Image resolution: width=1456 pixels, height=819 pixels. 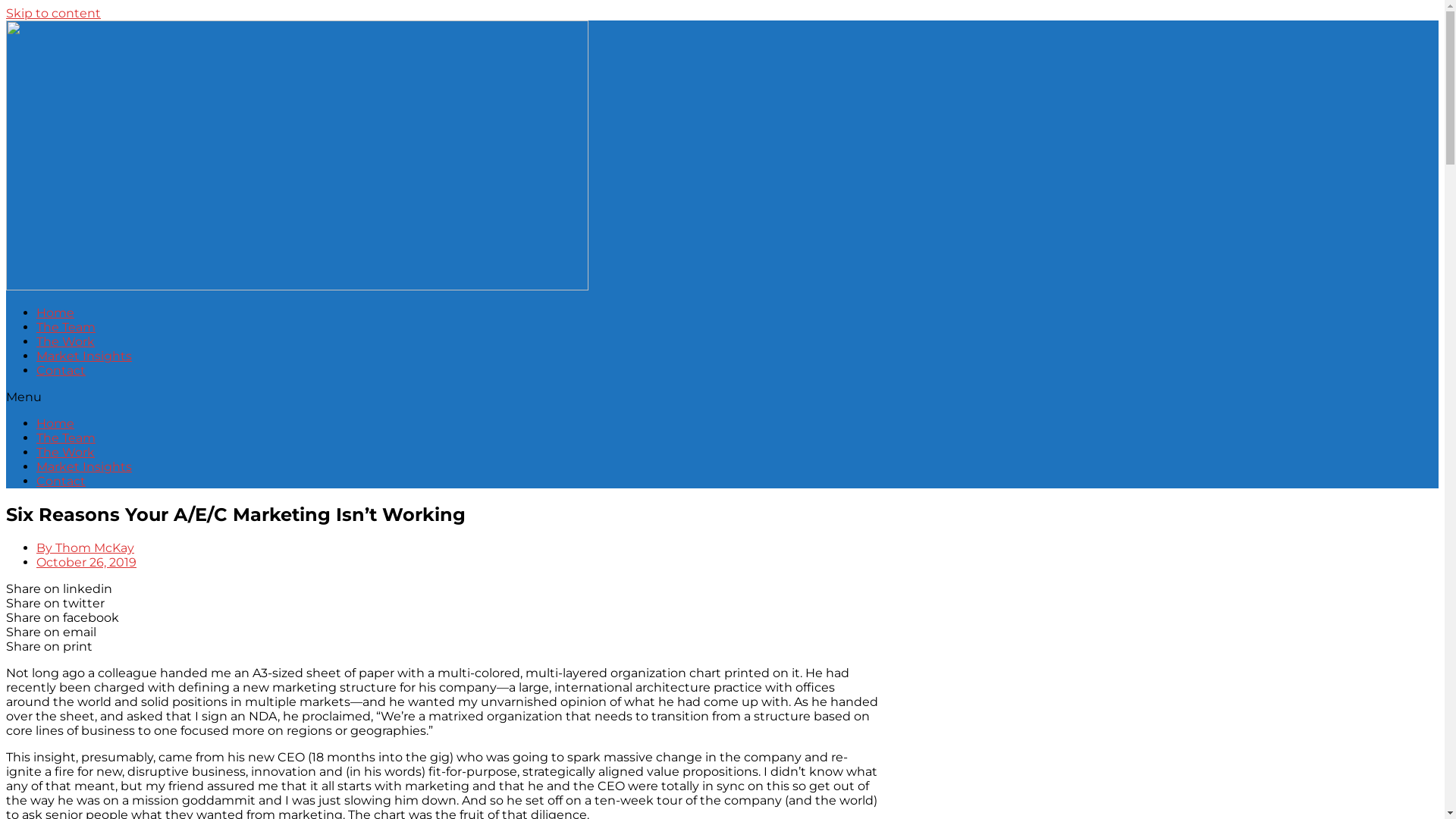 I want to click on 'Contact', so click(x=61, y=370).